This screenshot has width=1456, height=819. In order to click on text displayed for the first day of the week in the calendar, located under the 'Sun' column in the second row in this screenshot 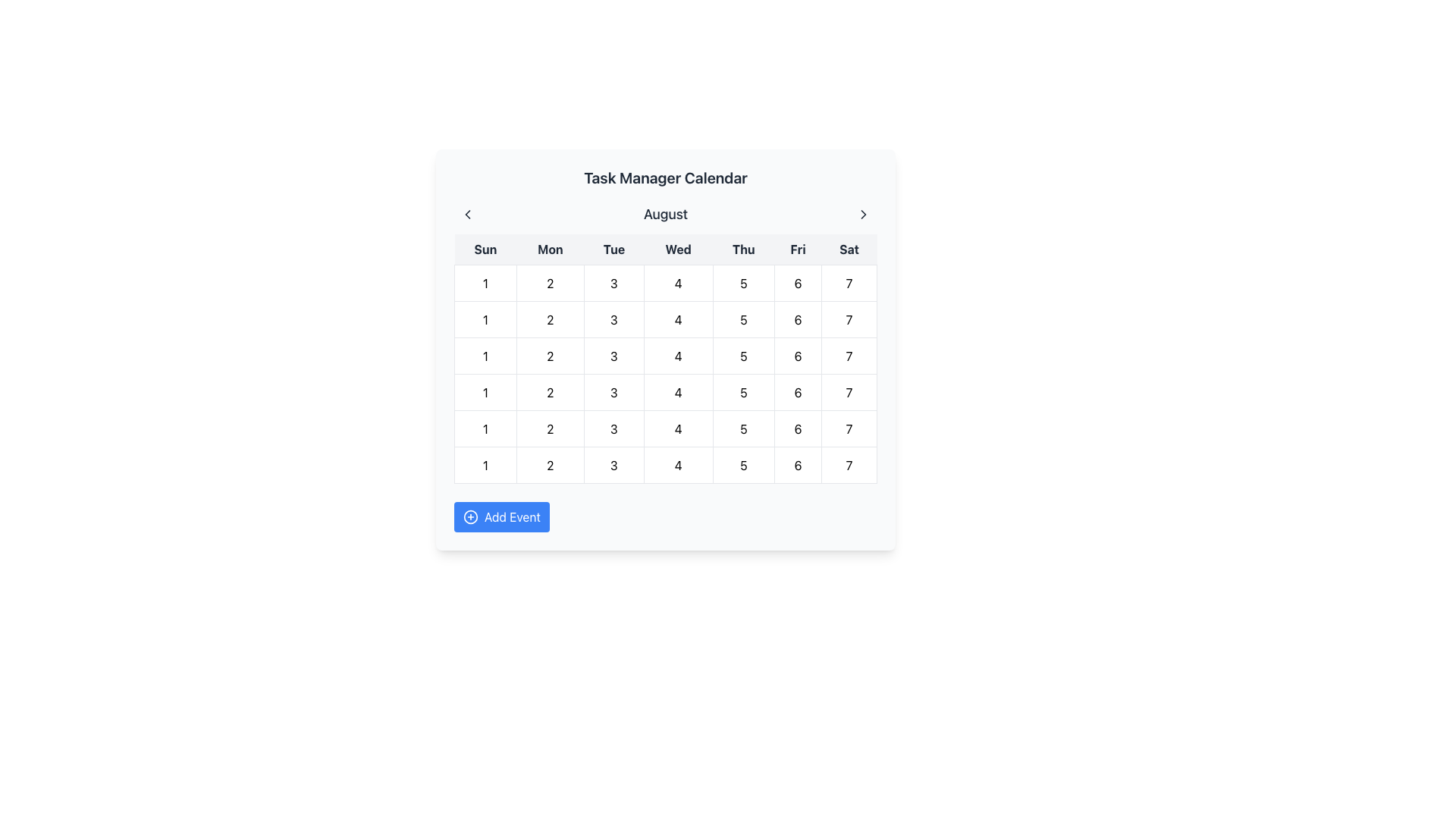, I will do `click(485, 356)`.